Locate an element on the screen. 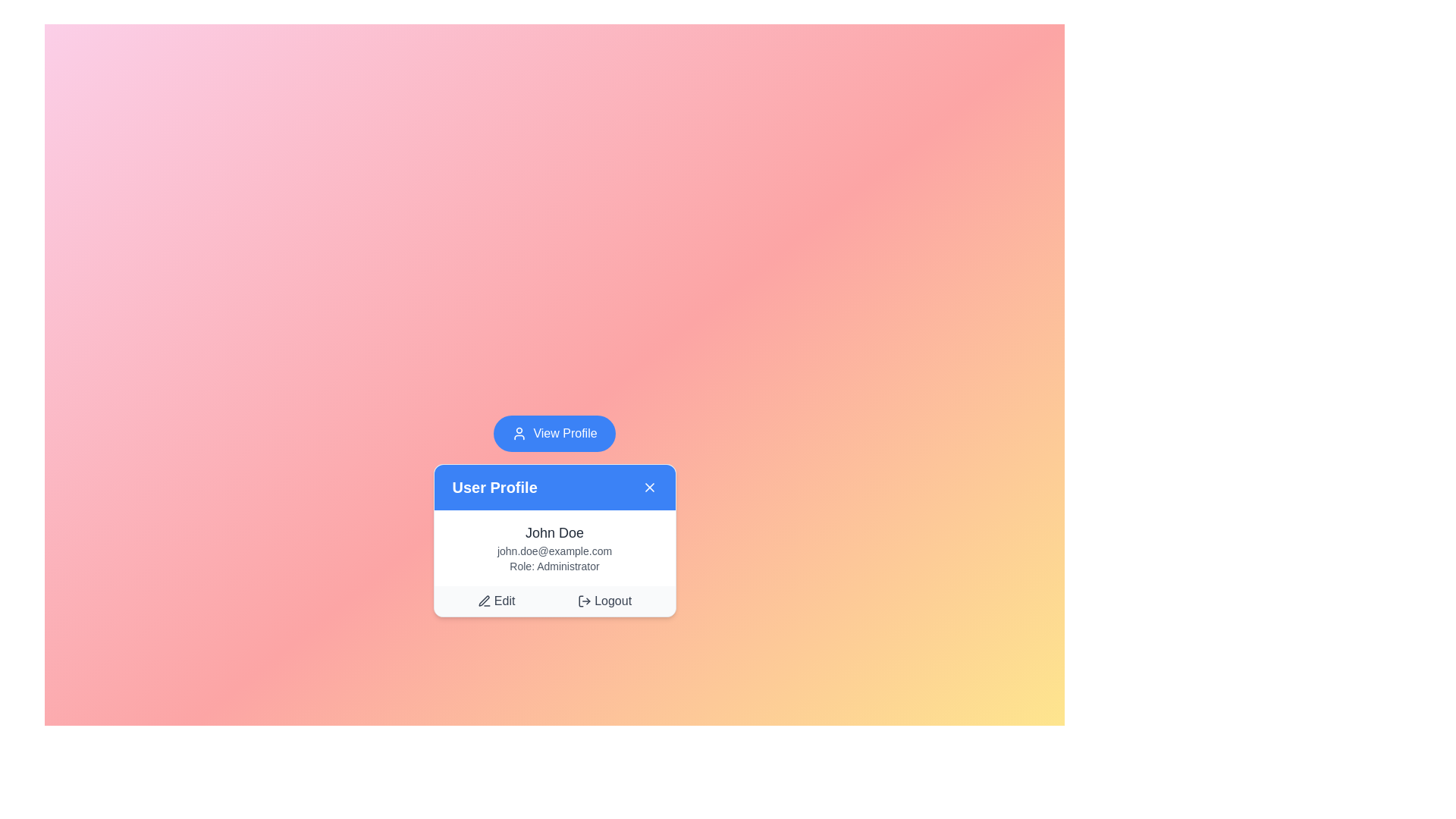 The height and width of the screenshot is (819, 1456). the user profile icon located to the left of the 'View Profile' button, which reinforces the button's function is located at coordinates (519, 433).